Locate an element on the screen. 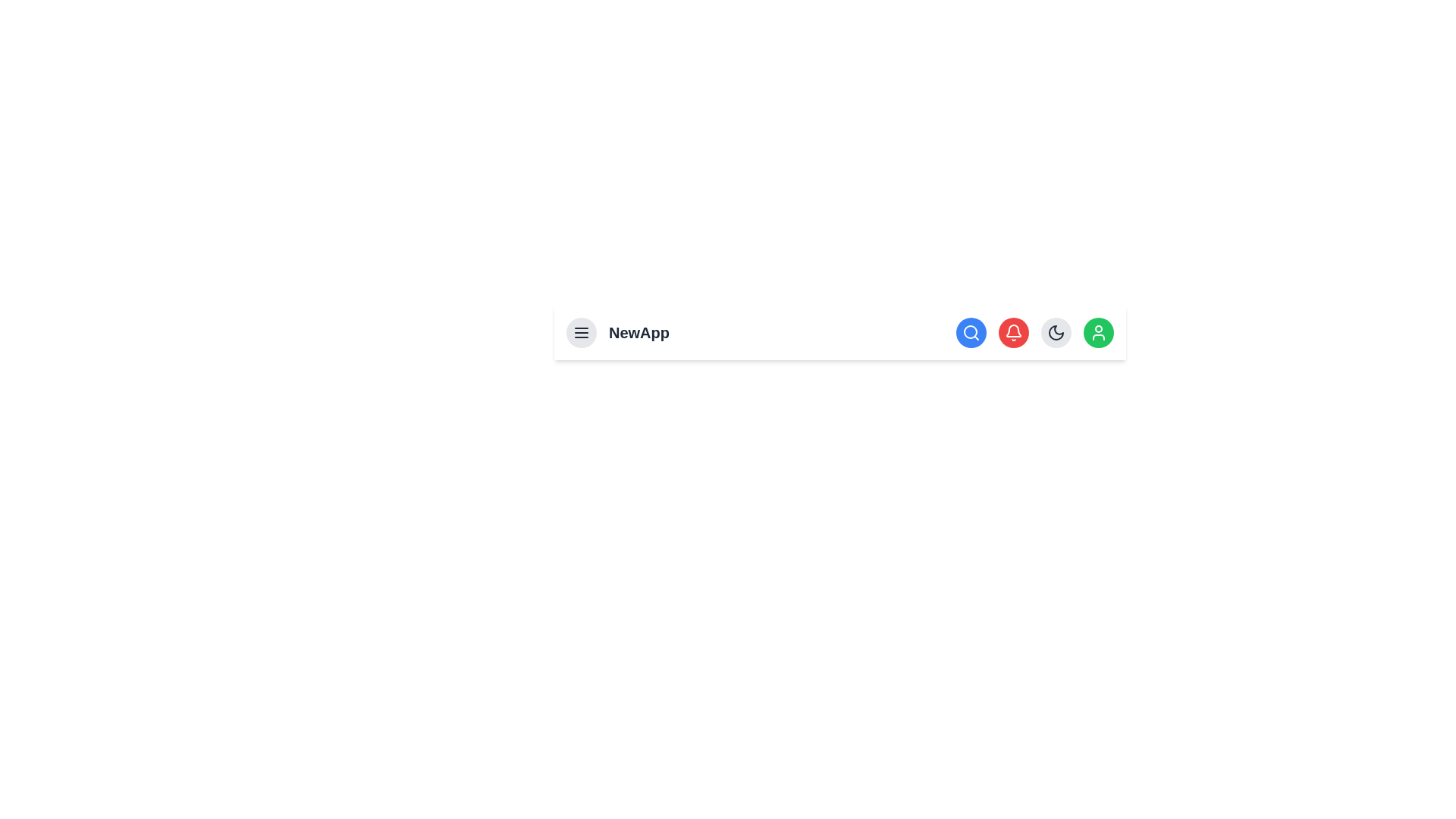  the search button to activate the search functionality is located at coordinates (971, 332).